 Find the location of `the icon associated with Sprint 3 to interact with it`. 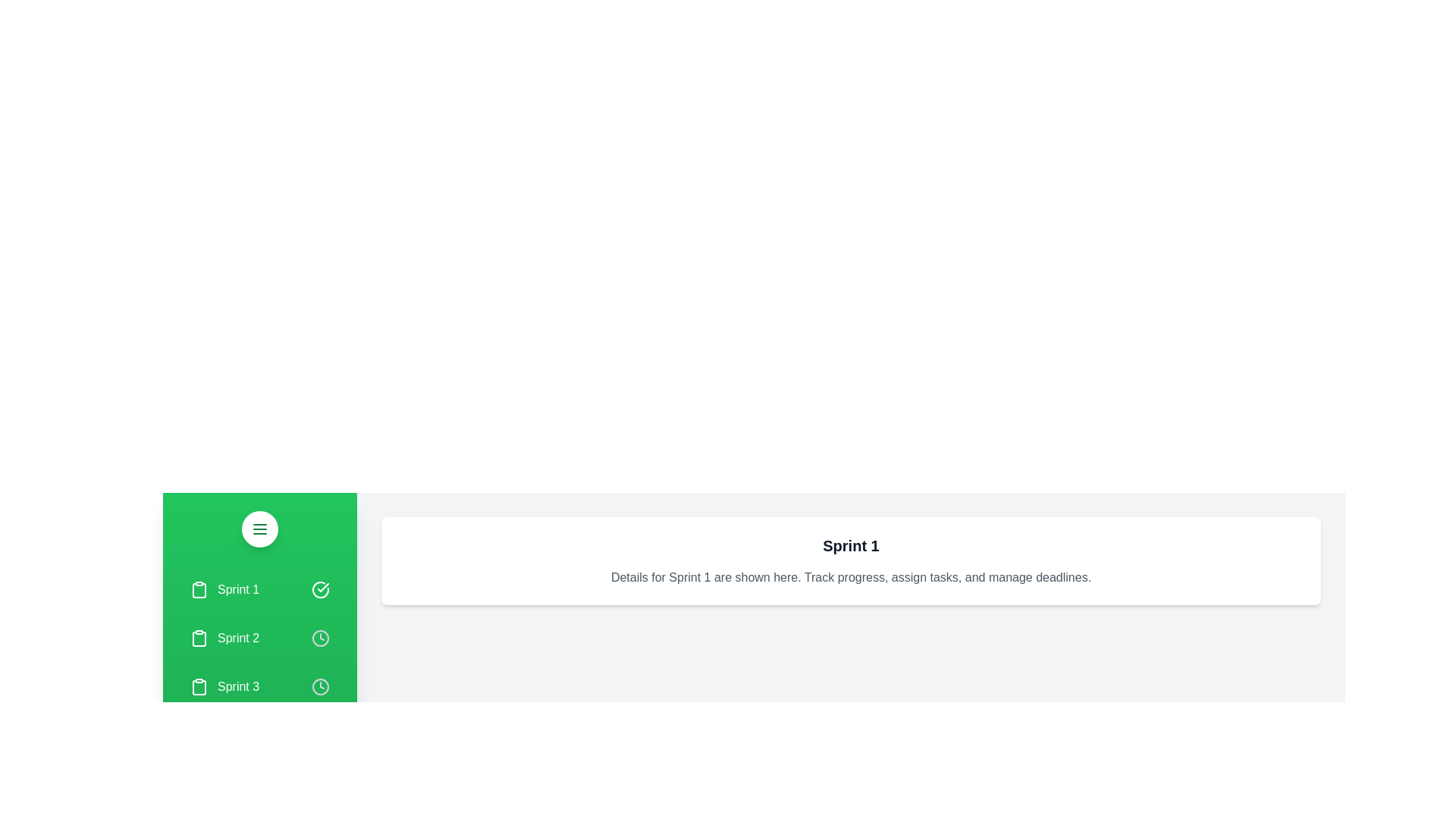

the icon associated with Sprint 3 to interact with it is located at coordinates (319, 687).